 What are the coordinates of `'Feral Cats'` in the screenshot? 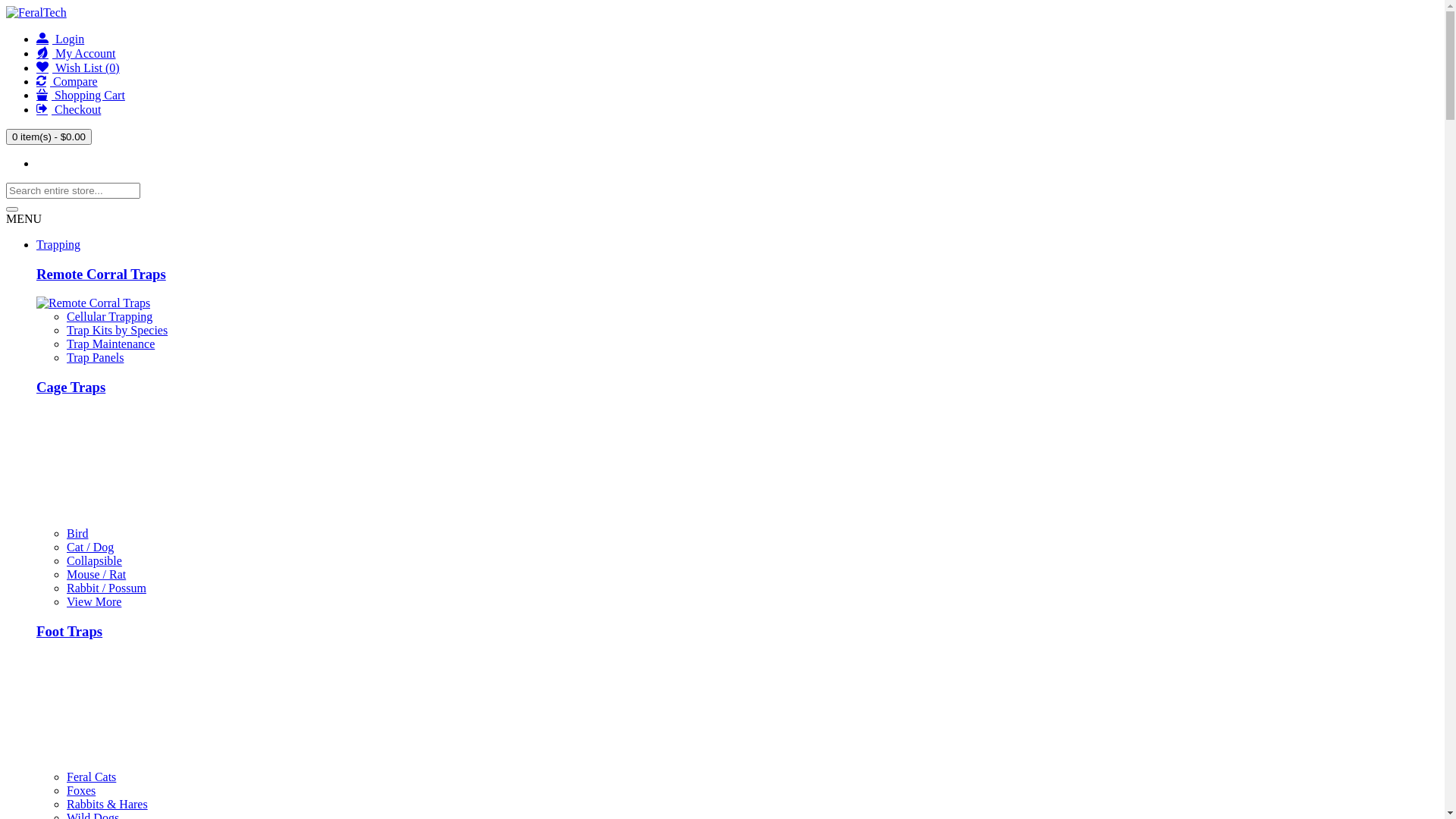 It's located at (65, 777).